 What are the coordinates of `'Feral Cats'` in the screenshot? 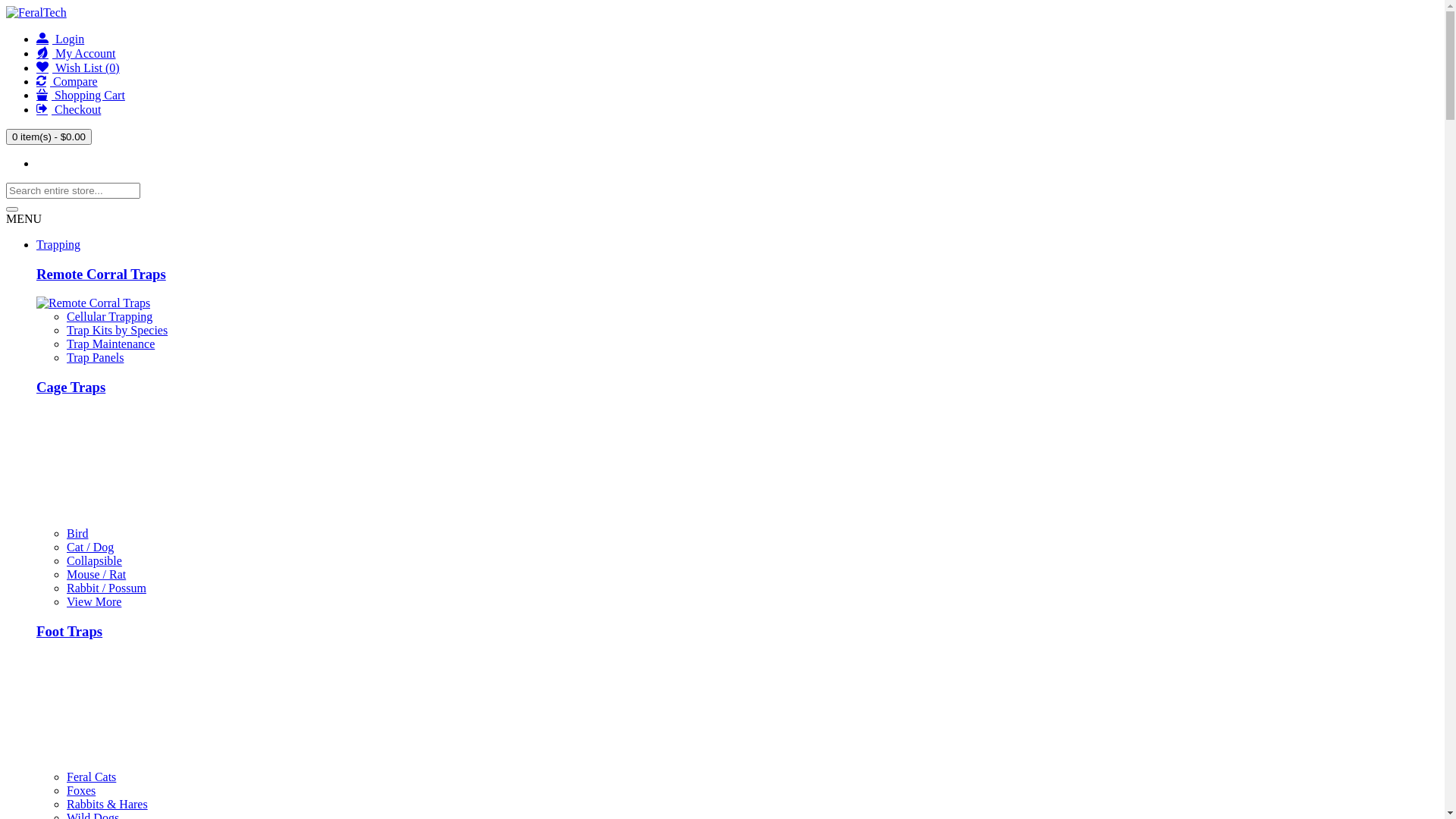 It's located at (65, 777).